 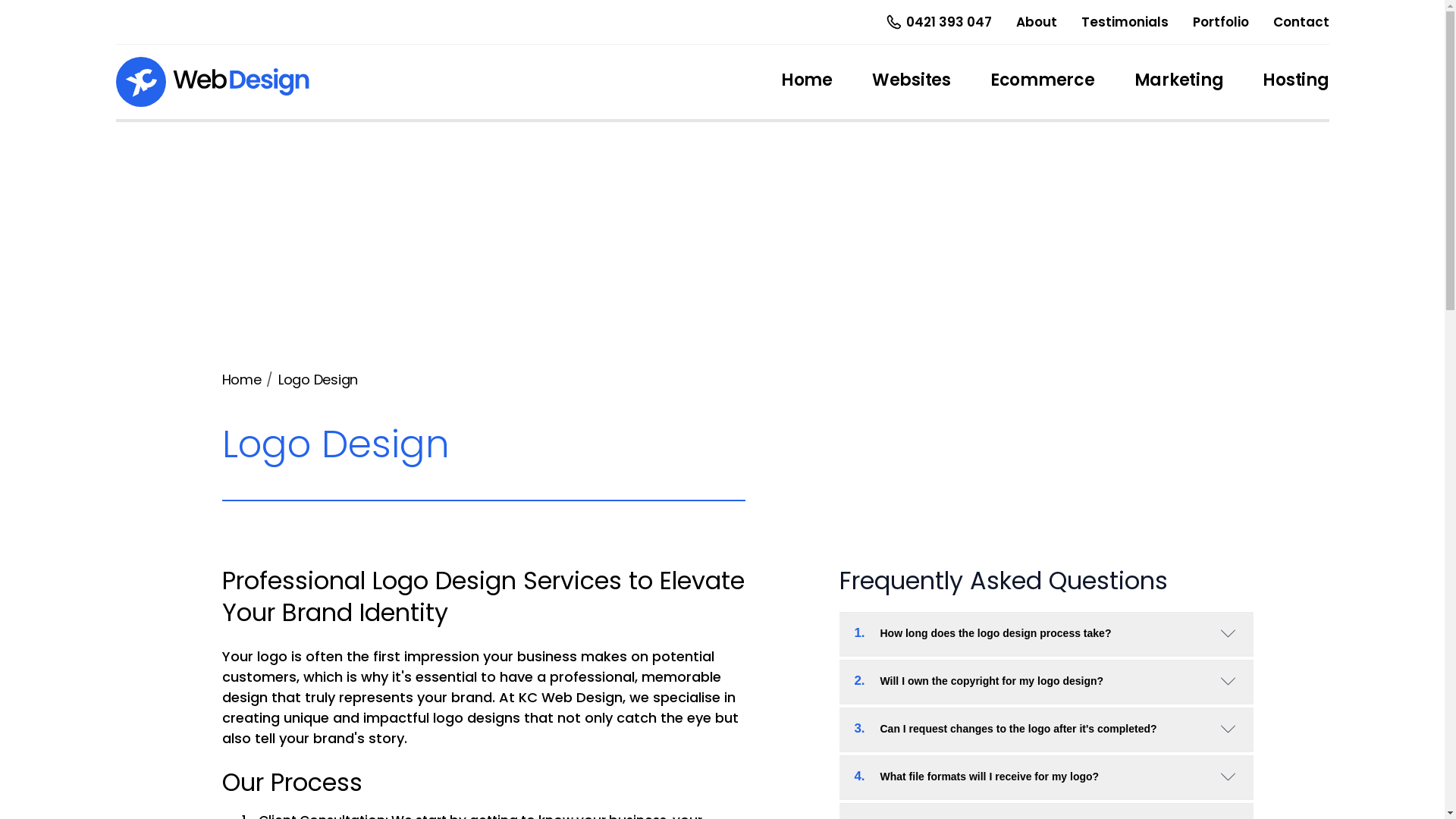 I want to click on 'Websites', so click(x=910, y=82).